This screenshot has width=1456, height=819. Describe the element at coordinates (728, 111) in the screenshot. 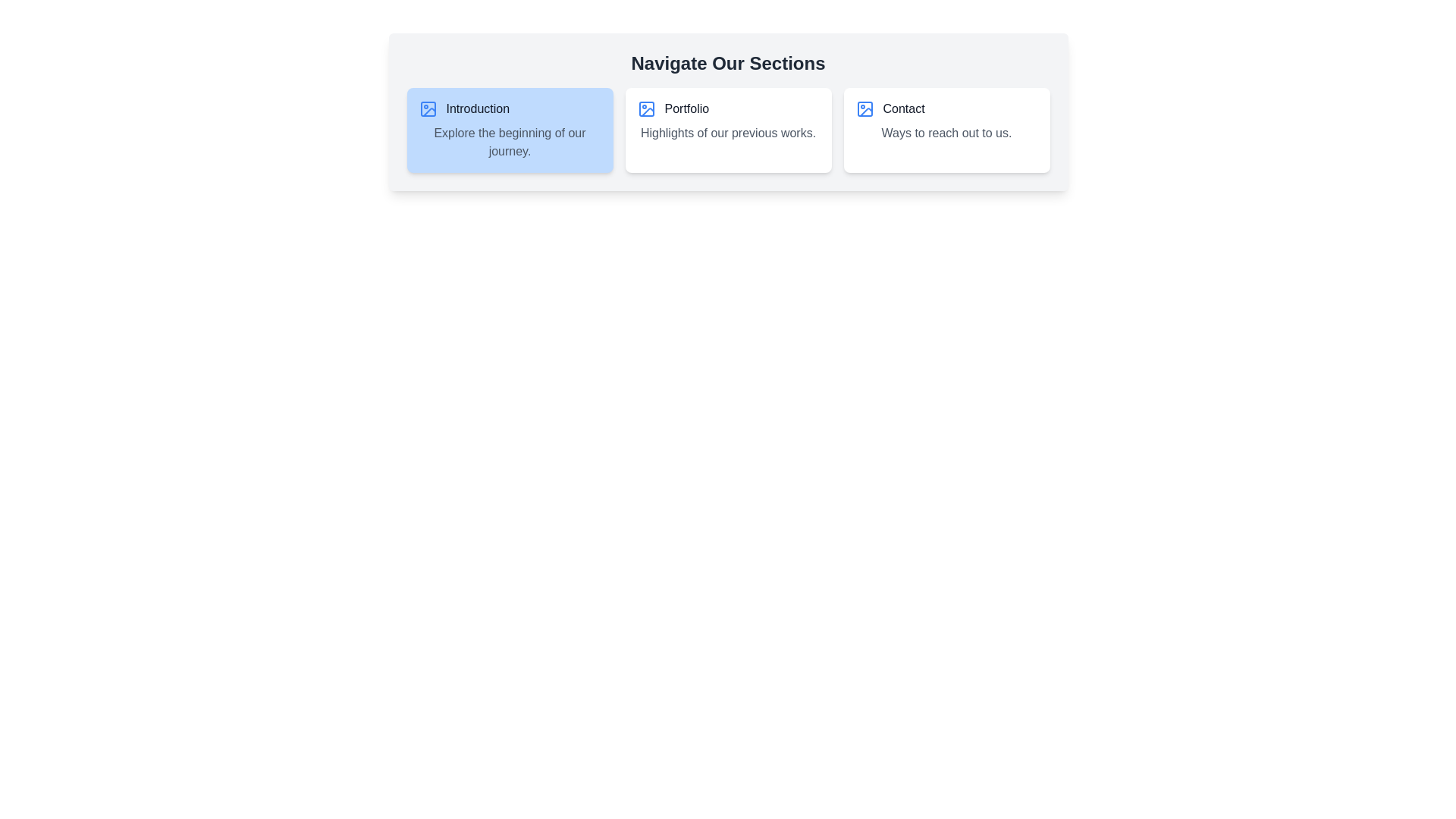

I see `the second card labeled 'Portfolio' in the horizontal layout of three cards, positioned below the title 'Navigate Our Sections.'` at that location.